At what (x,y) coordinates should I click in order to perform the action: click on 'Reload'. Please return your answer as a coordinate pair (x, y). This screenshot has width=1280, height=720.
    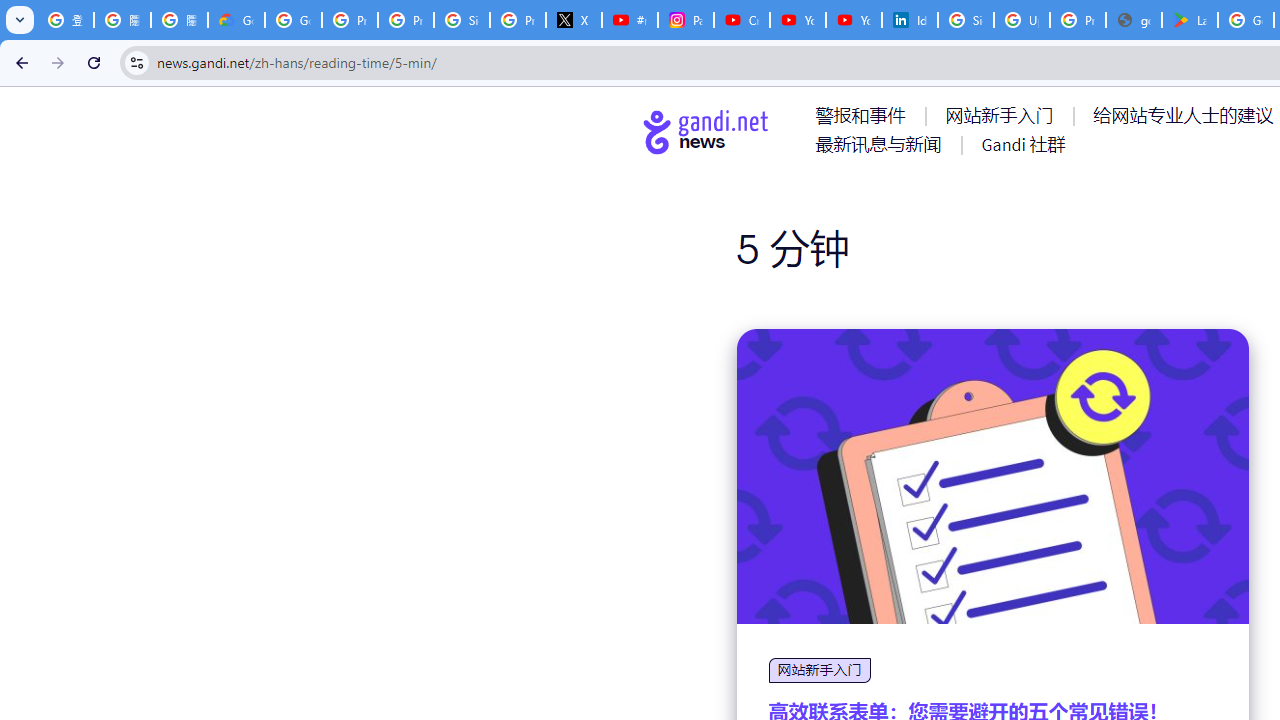
    Looking at the image, I should click on (93, 61).